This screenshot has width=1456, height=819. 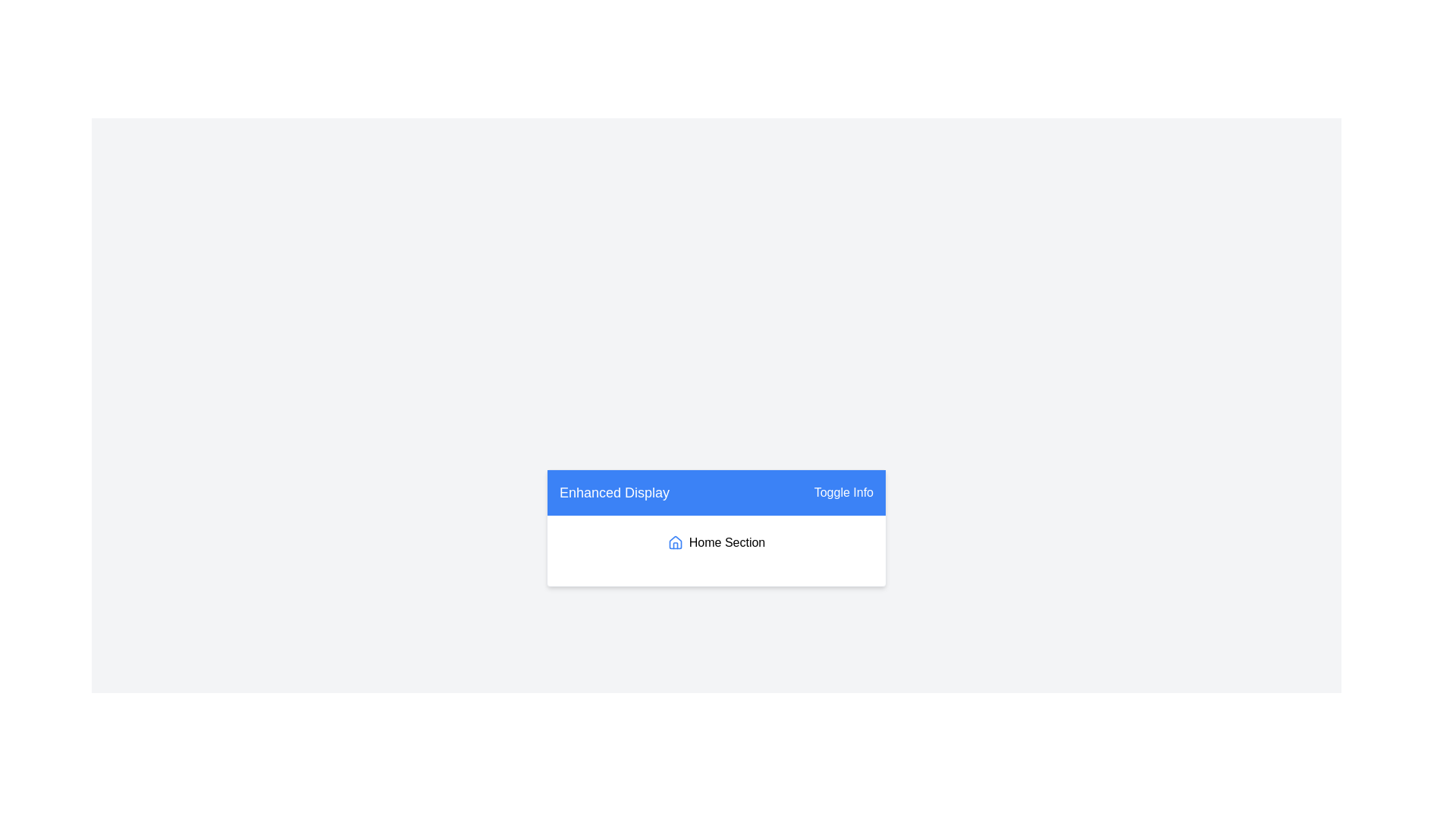 What do you see at coordinates (726, 541) in the screenshot?
I see `the static text label reading 'Home Section', which is styled with a standard sans-serif font and positioned adjacent to a house icon` at bounding box center [726, 541].